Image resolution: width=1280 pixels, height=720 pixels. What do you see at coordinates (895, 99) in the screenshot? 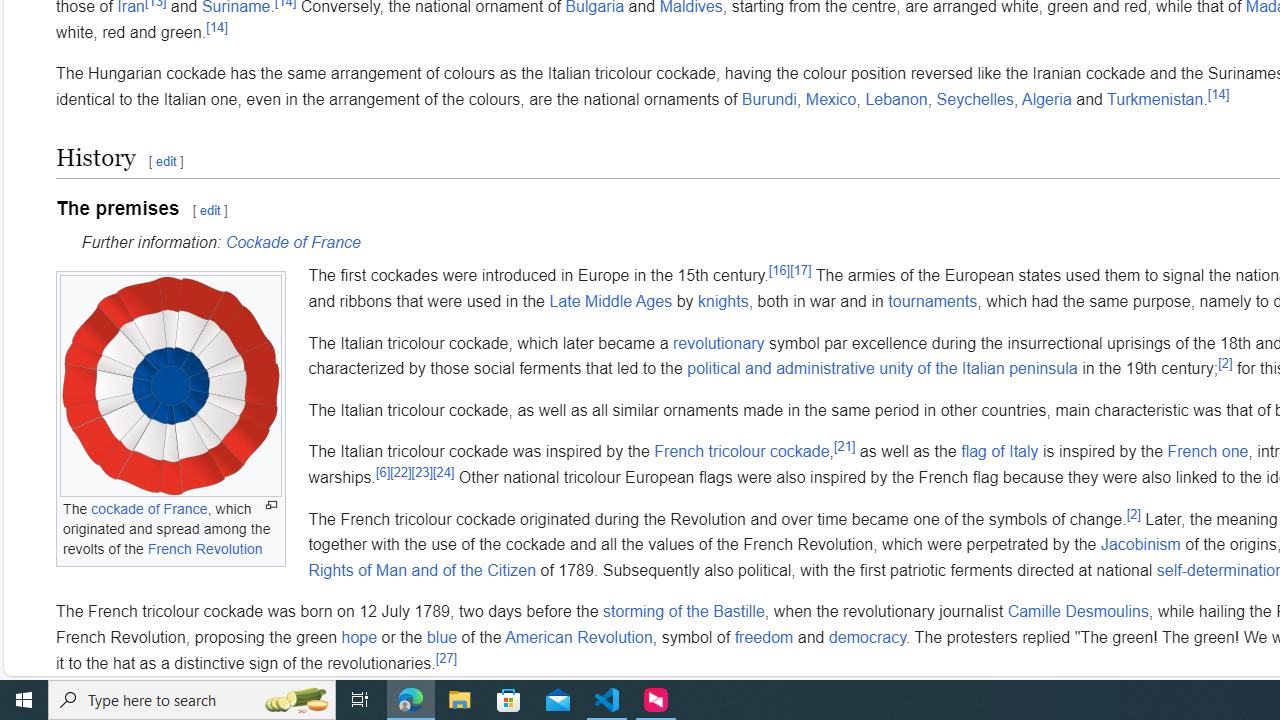
I see `'Lebanon'` at bounding box center [895, 99].